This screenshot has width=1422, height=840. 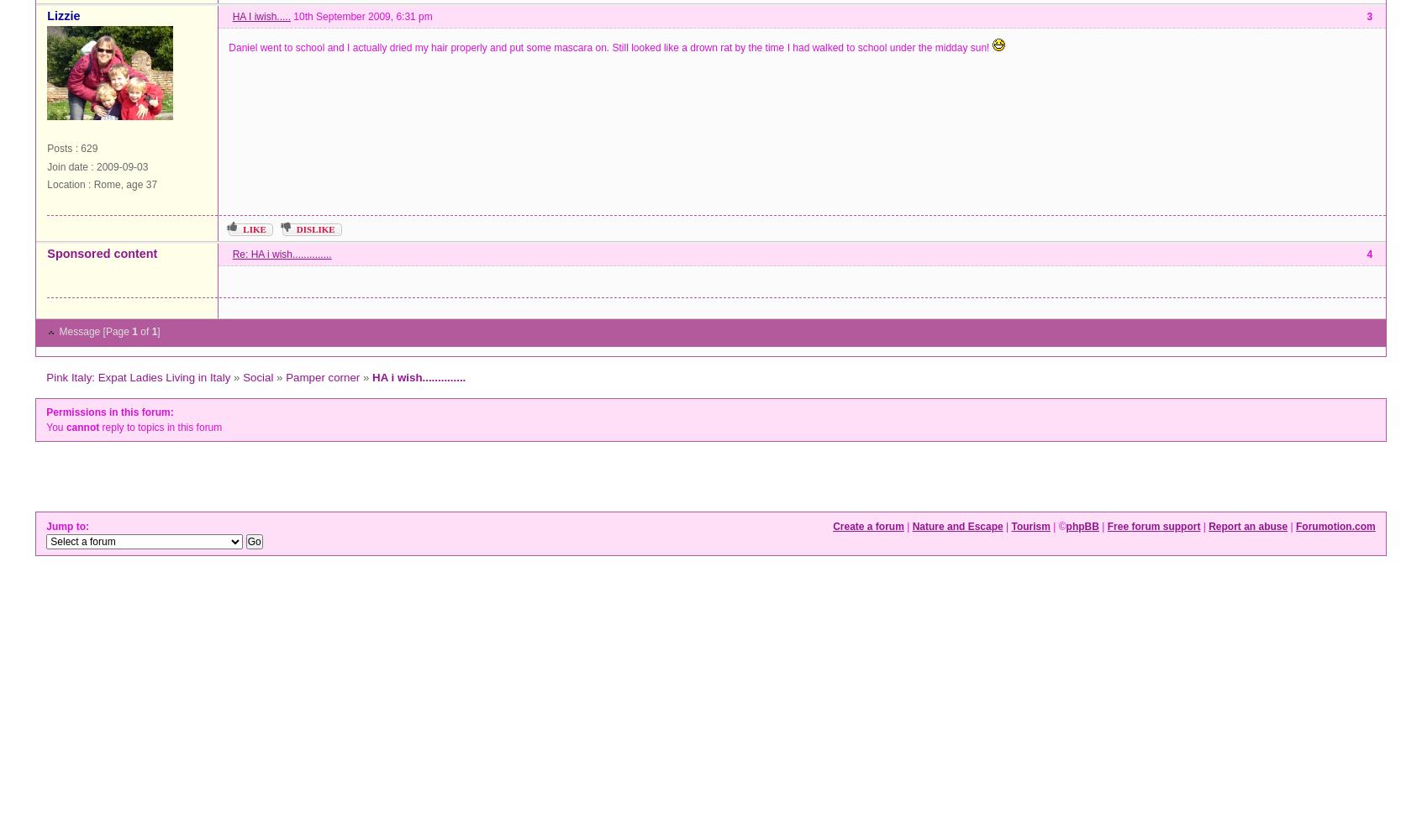 What do you see at coordinates (55, 428) in the screenshot?
I see `'You'` at bounding box center [55, 428].